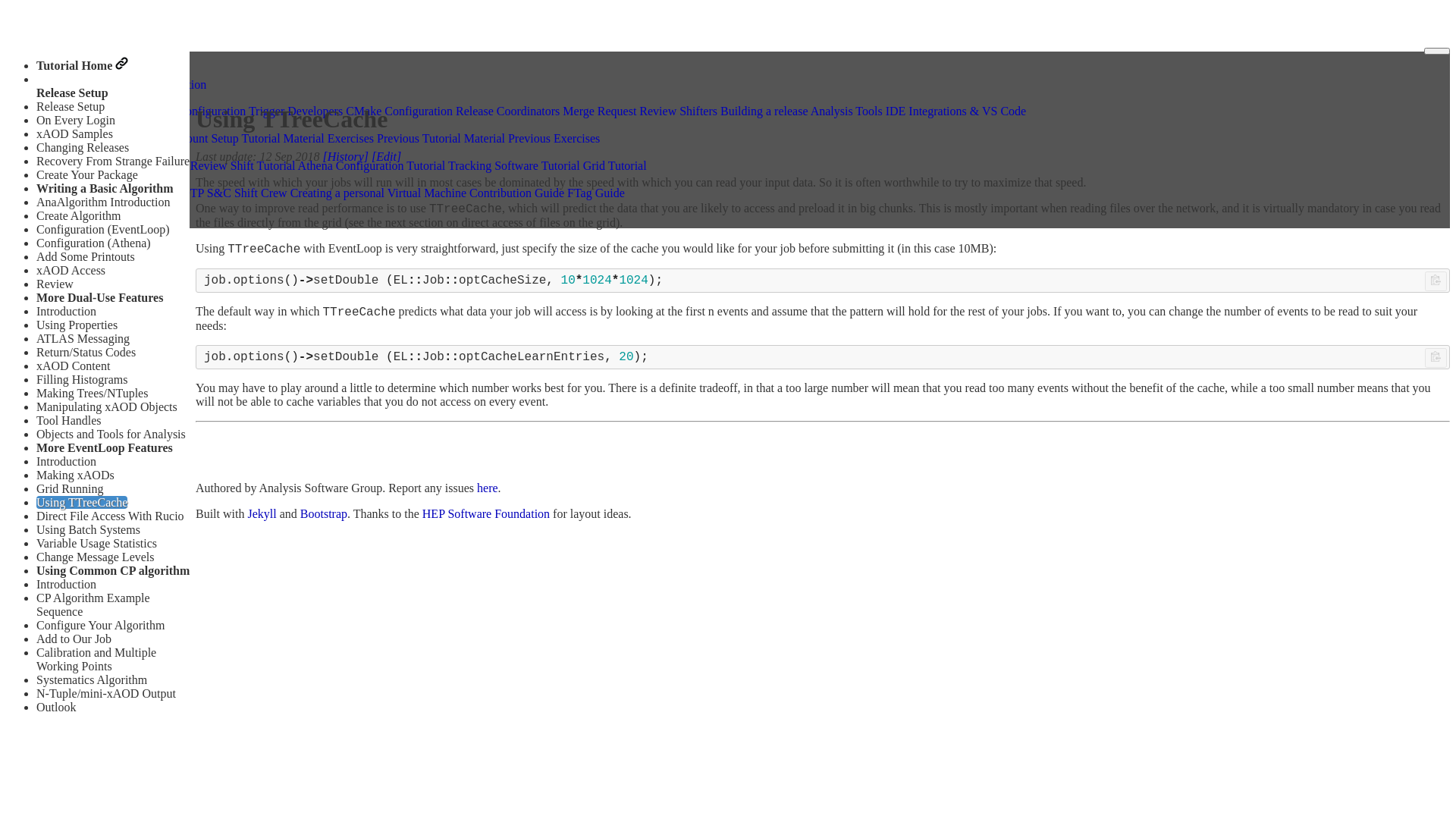 The width and height of the screenshot is (1456, 819). What do you see at coordinates (615, 165) in the screenshot?
I see `'Grid Tutorial'` at bounding box center [615, 165].